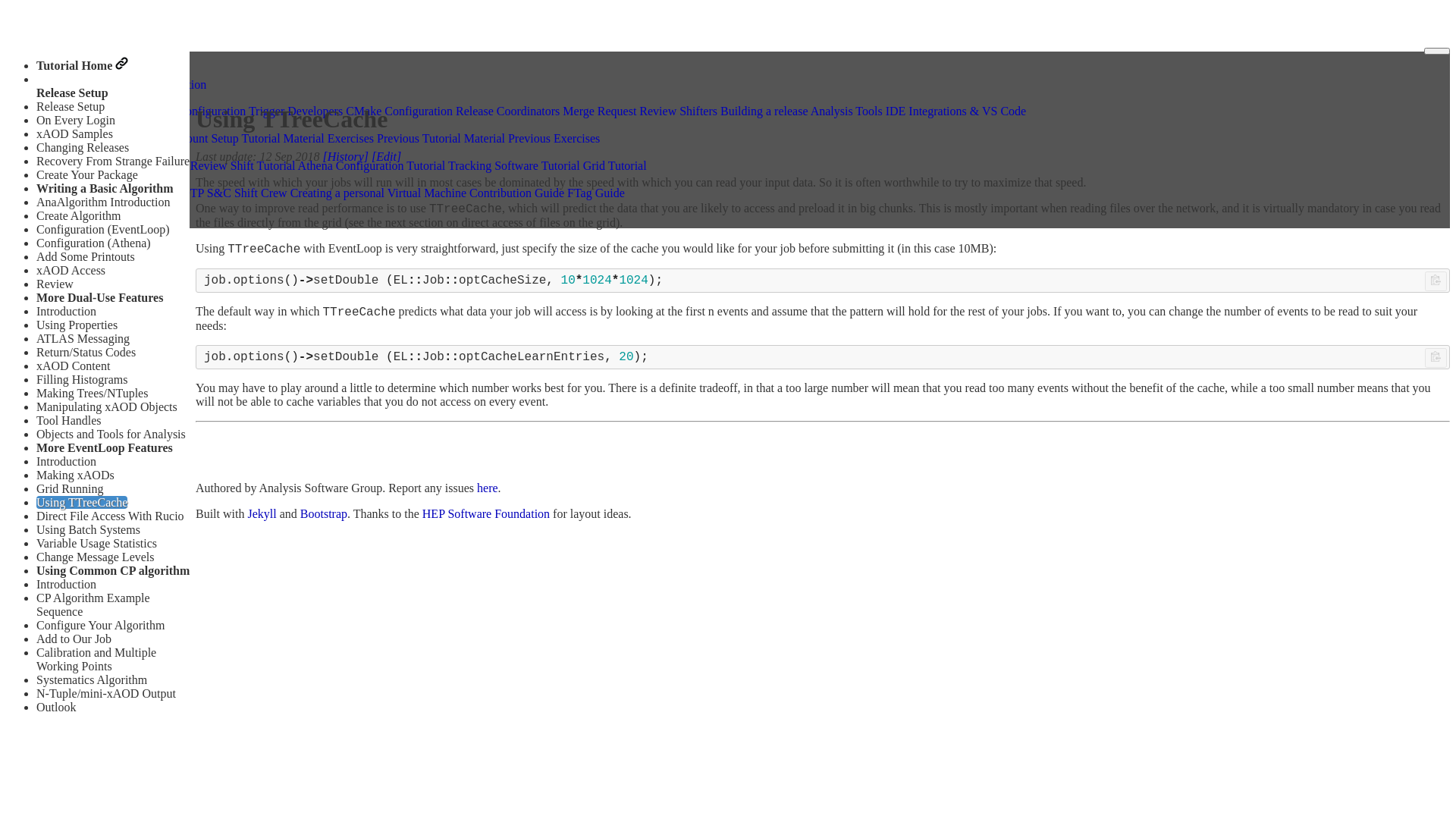 The width and height of the screenshot is (1456, 819). What do you see at coordinates (615, 165) in the screenshot?
I see `'Grid Tutorial'` at bounding box center [615, 165].